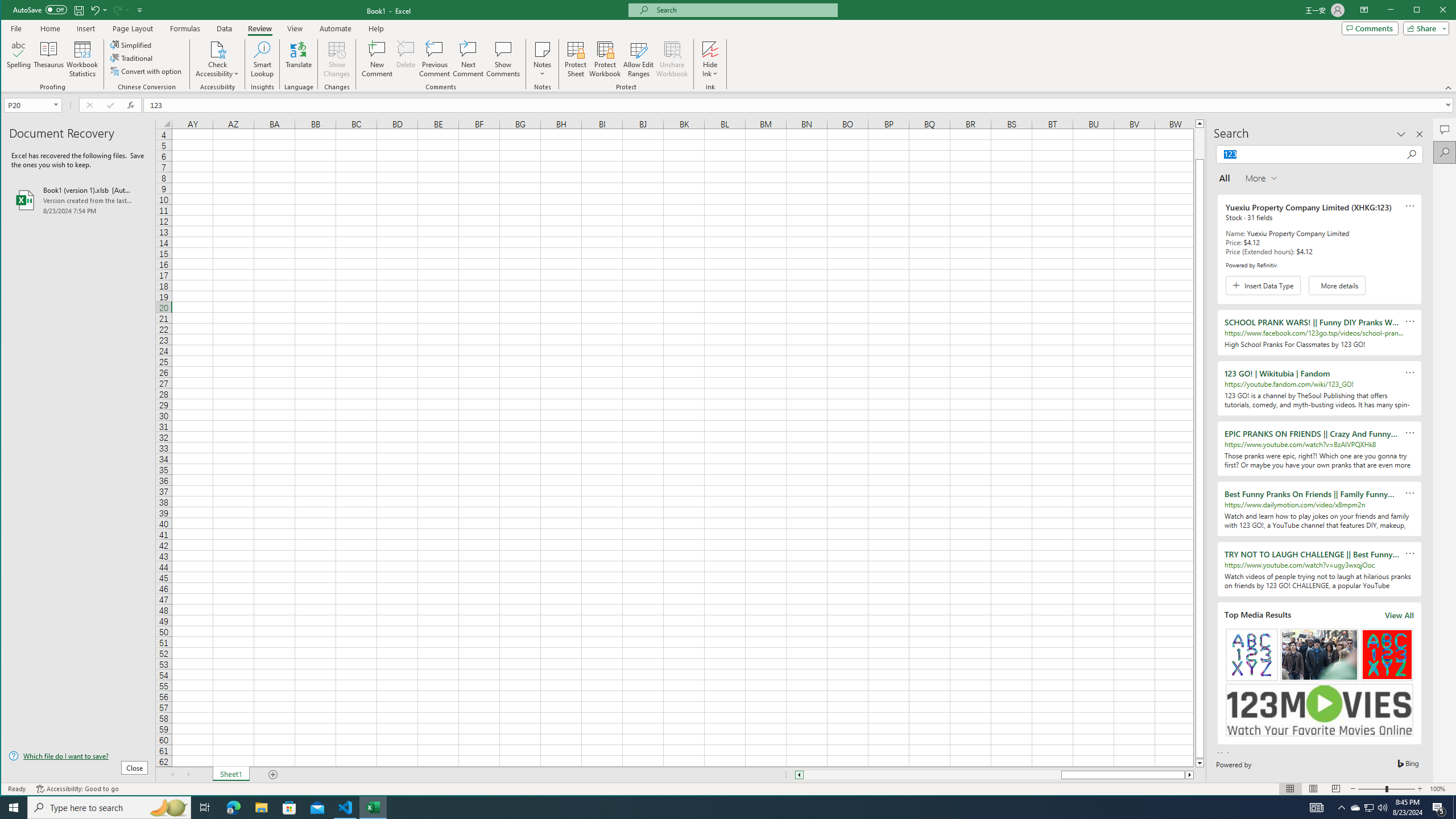 Image resolution: width=1456 pixels, height=819 pixels. I want to click on 'Help', so click(375, 28).